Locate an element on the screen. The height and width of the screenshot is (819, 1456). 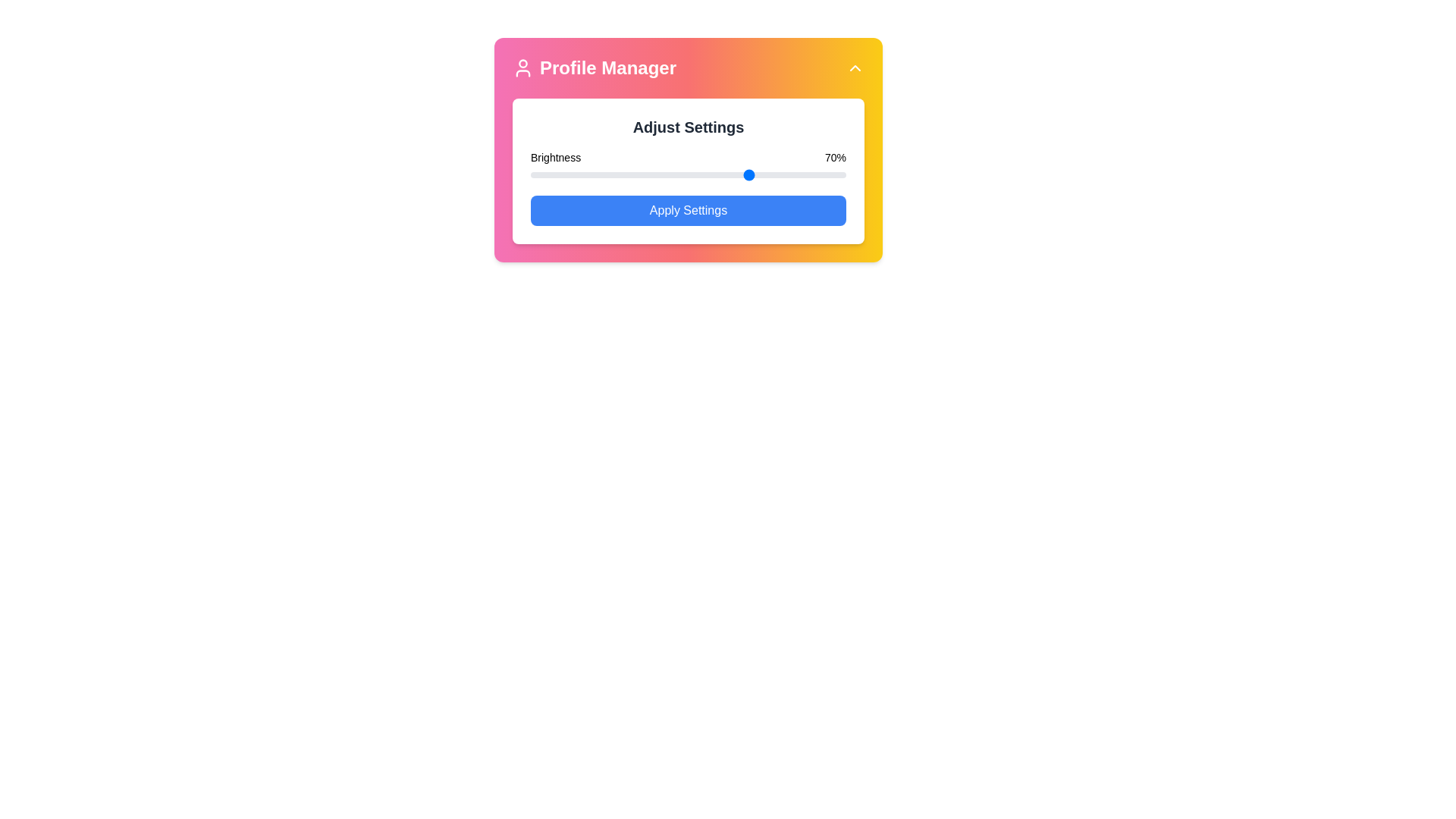
brightness is located at coordinates (719, 174).